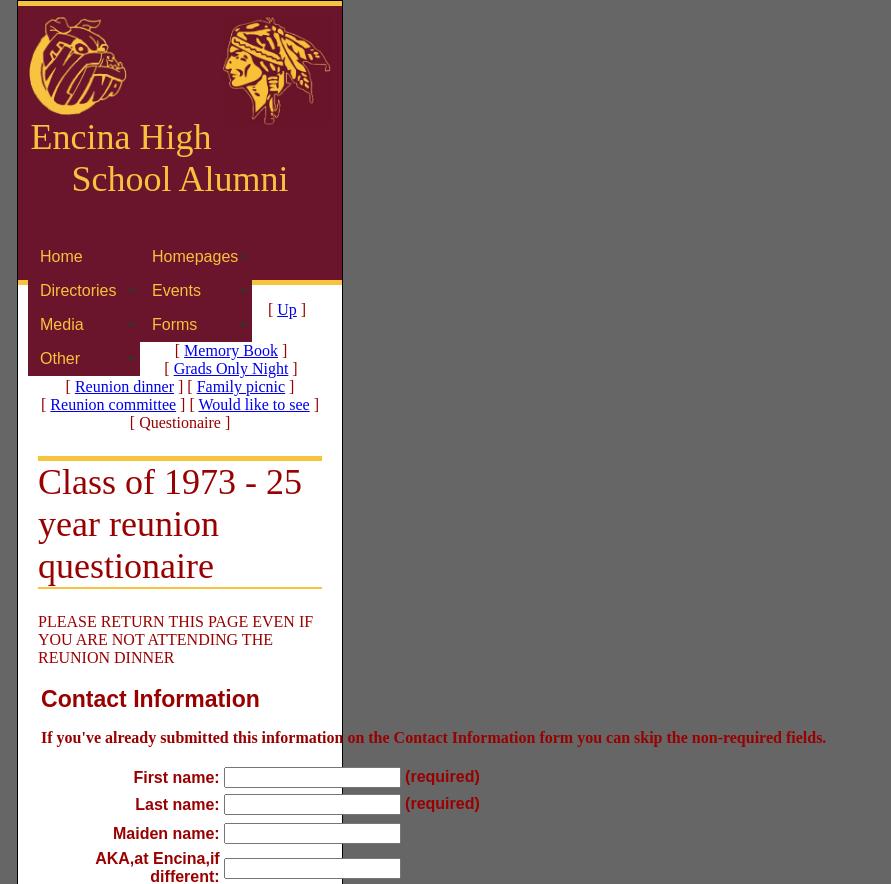  Describe the element at coordinates (229, 179) in the screenshot. I see `'Alumni'` at that location.